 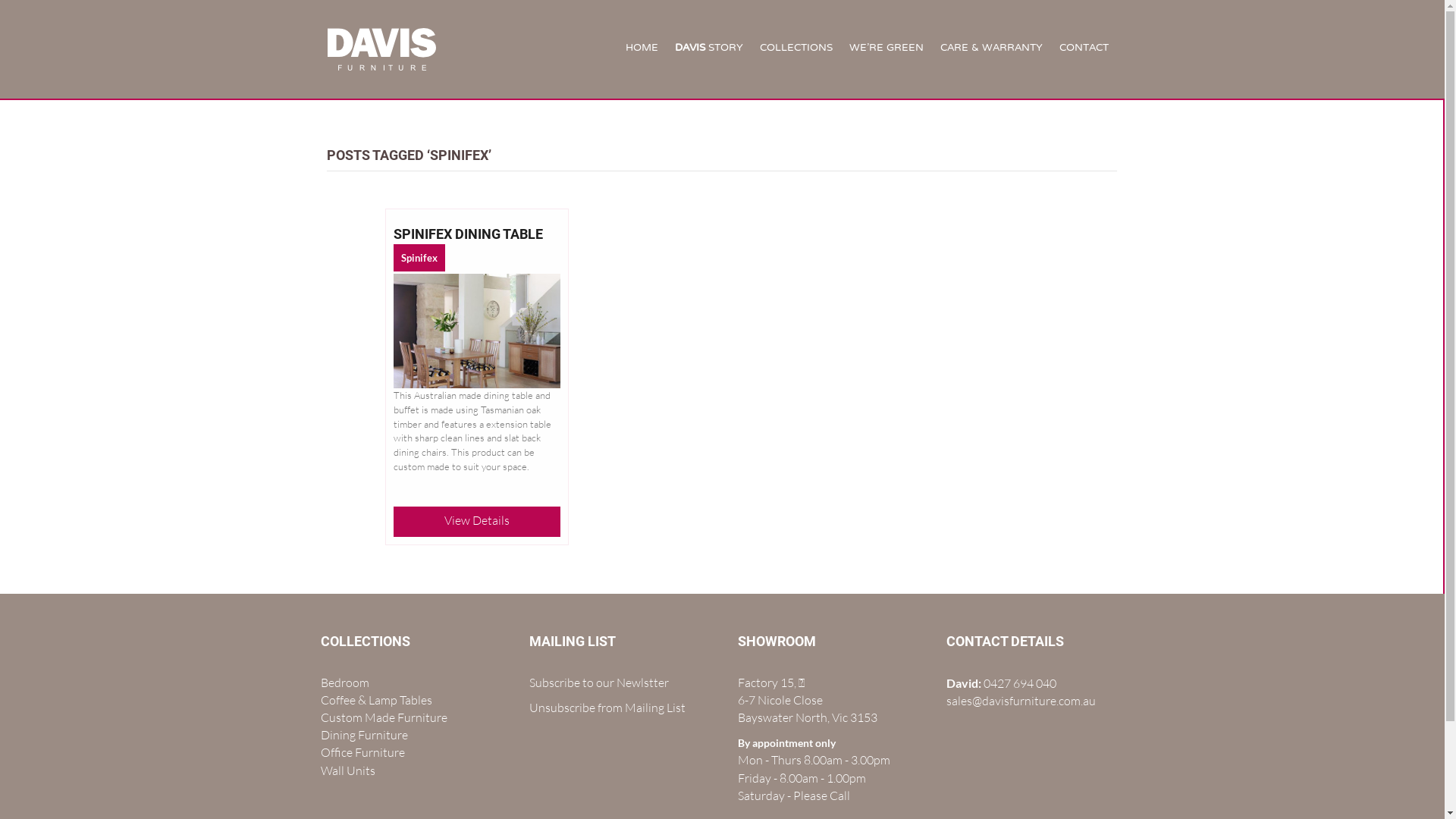 What do you see at coordinates (991, 49) in the screenshot?
I see `'CARE & WARRANTY'` at bounding box center [991, 49].